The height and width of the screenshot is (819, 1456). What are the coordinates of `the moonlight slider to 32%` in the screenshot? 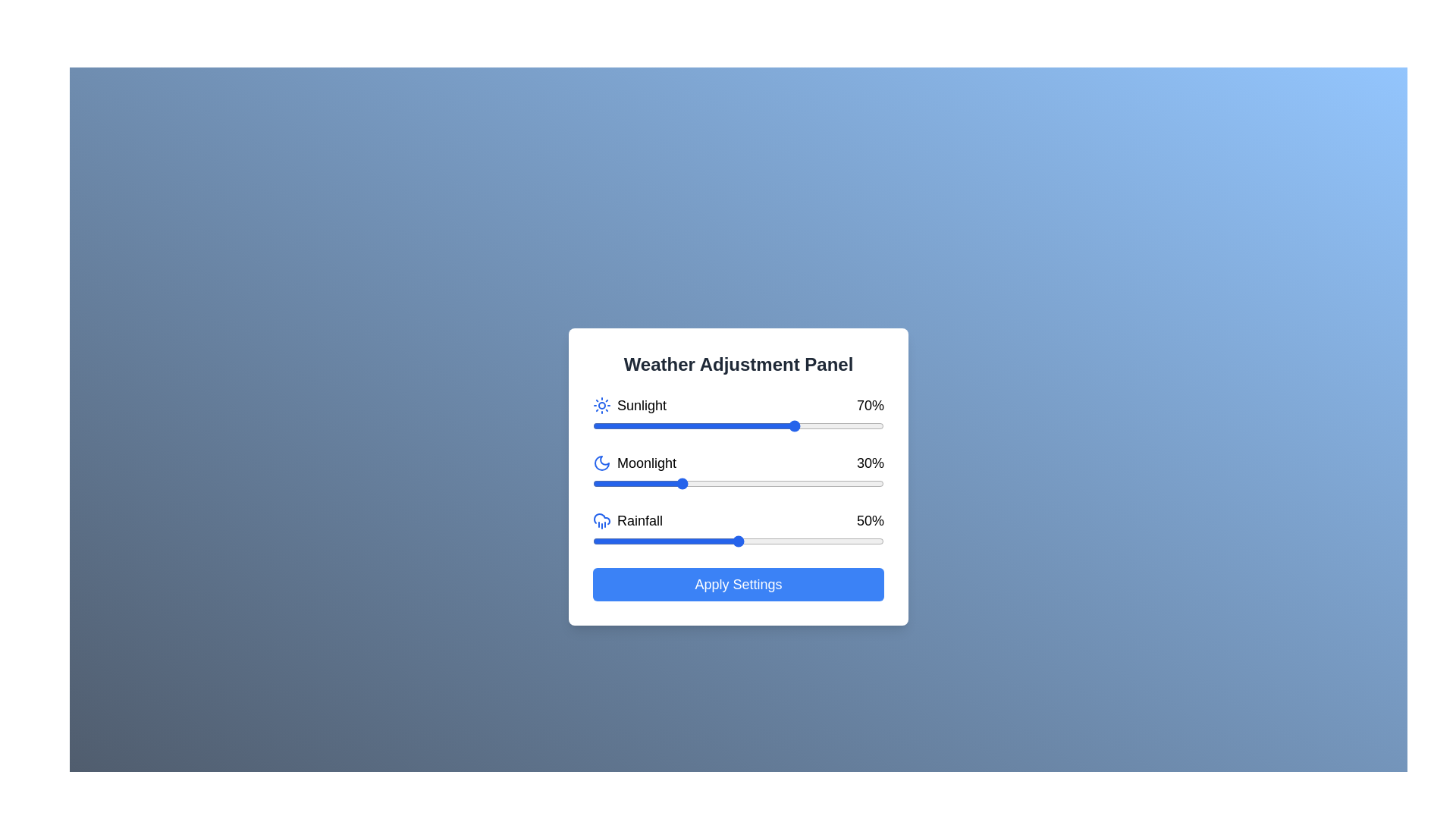 It's located at (685, 483).